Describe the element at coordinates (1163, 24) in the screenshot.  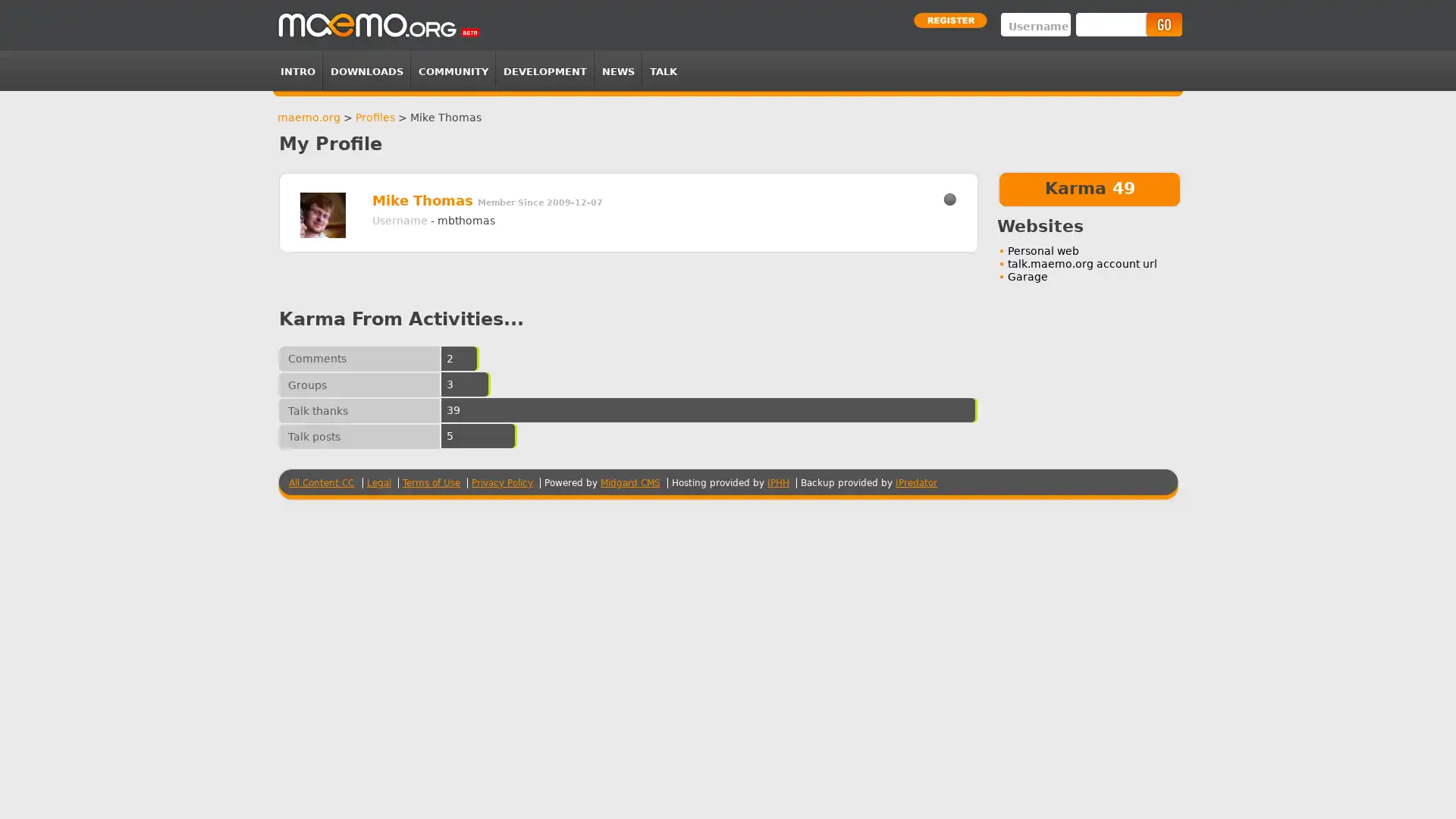
I see `Login` at that location.